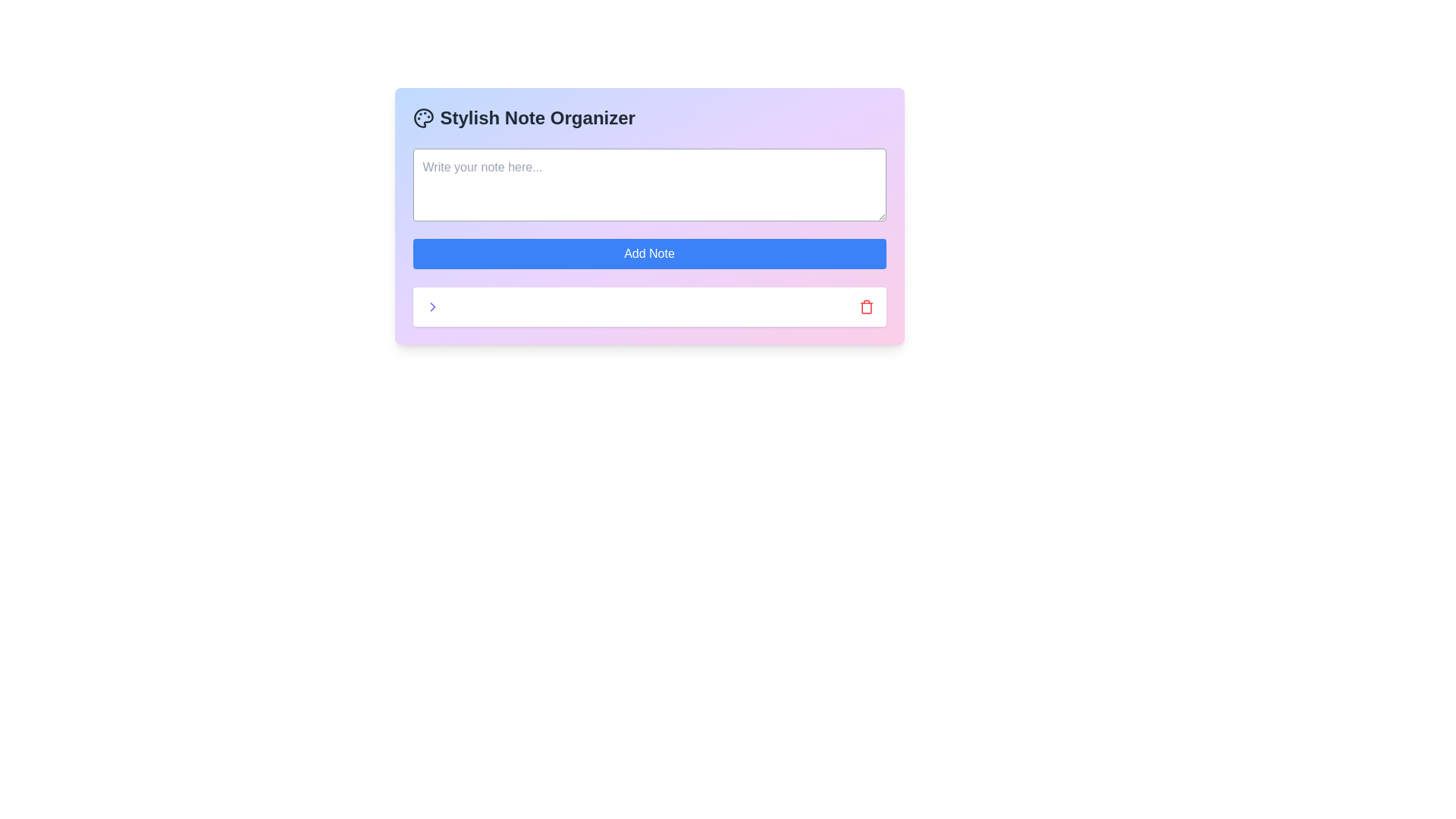 The height and width of the screenshot is (819, 1456). What do you see at coordinates (423, 117) in the screenshot?
I see `the painter's palette icon located to the left of the 'Stylish Note Organizer' text in the header section of the note organizer interface` at bounding box center [423, 117].